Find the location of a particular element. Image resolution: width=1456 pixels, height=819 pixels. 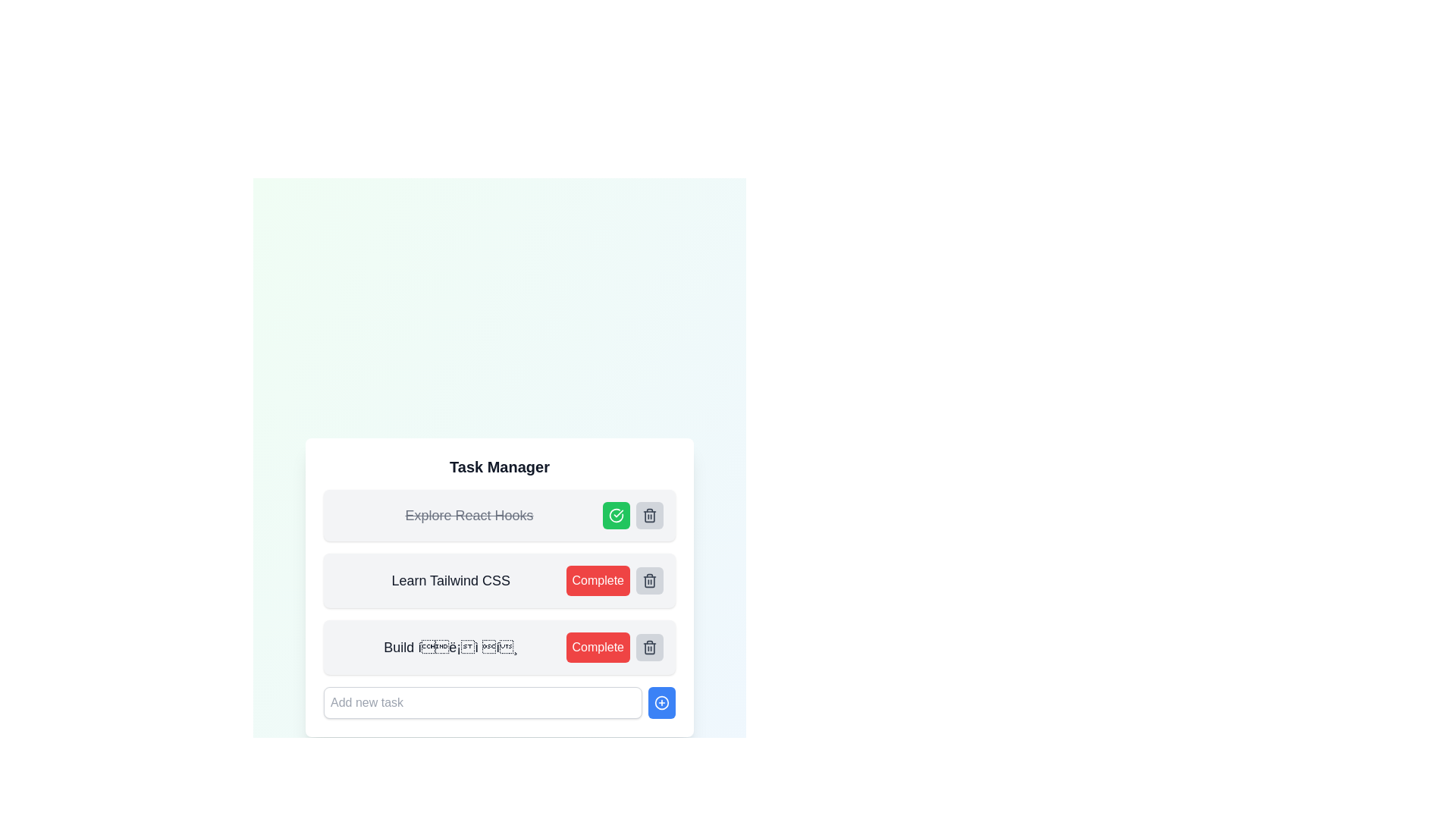

delete button for the task with text 'Learn Tailwind CSS' is located at coordinates (650, 580).